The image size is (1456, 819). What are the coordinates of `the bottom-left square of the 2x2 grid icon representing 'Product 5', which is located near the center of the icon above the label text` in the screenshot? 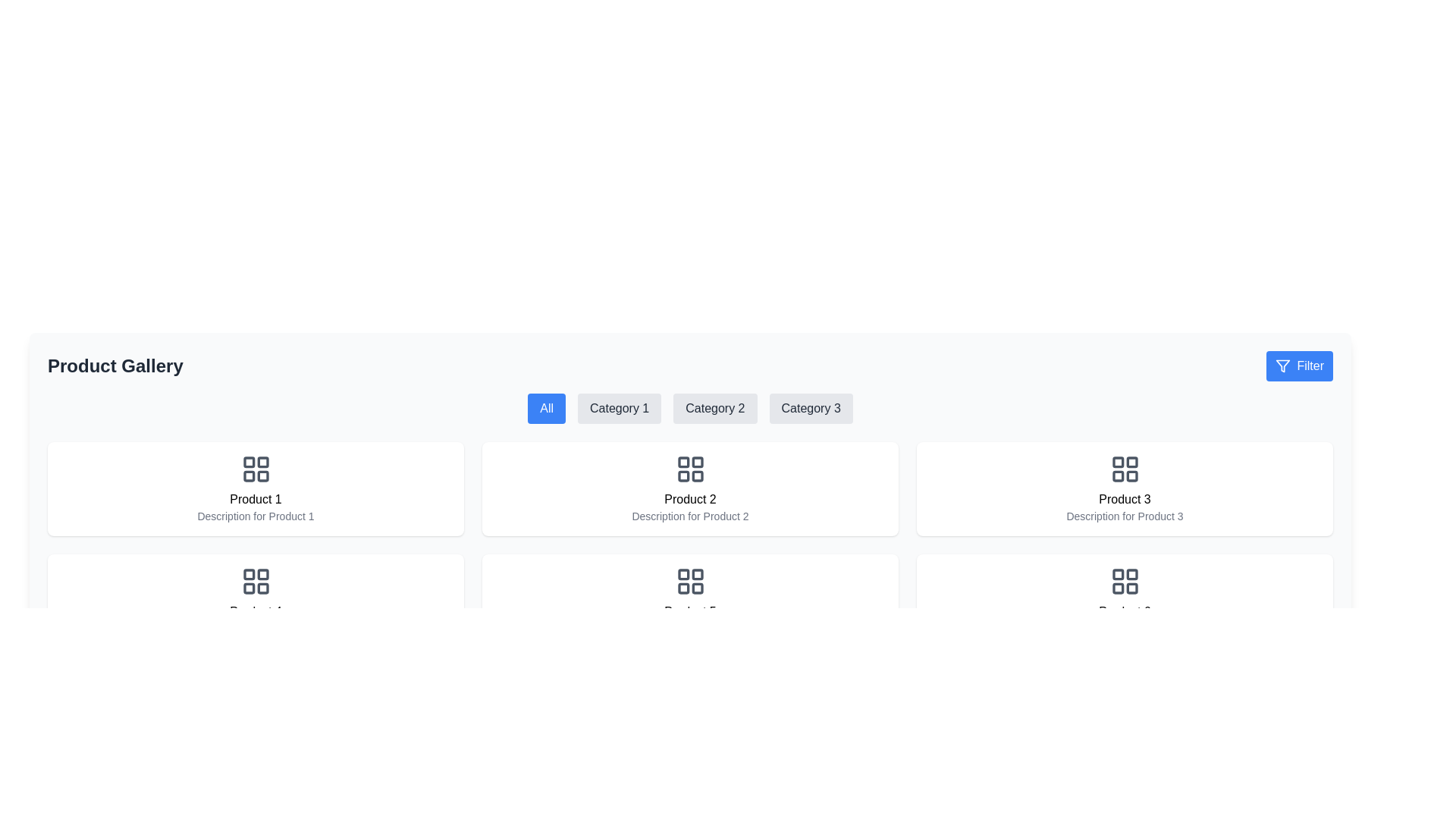 It's located at (682, 588).